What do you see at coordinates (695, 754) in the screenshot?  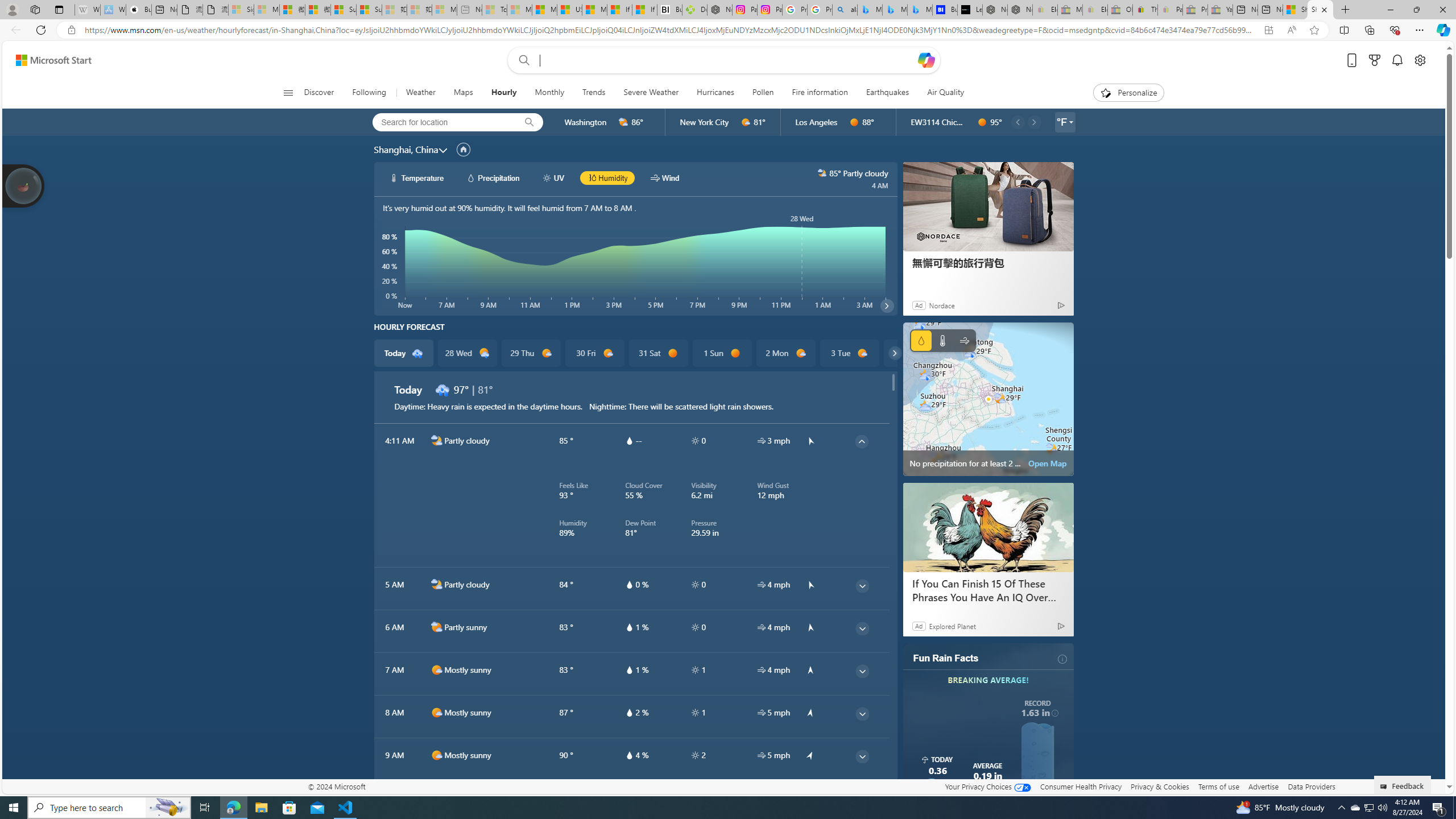 I see `'hourlyTable/uv'` at bounding box center [695, 754].